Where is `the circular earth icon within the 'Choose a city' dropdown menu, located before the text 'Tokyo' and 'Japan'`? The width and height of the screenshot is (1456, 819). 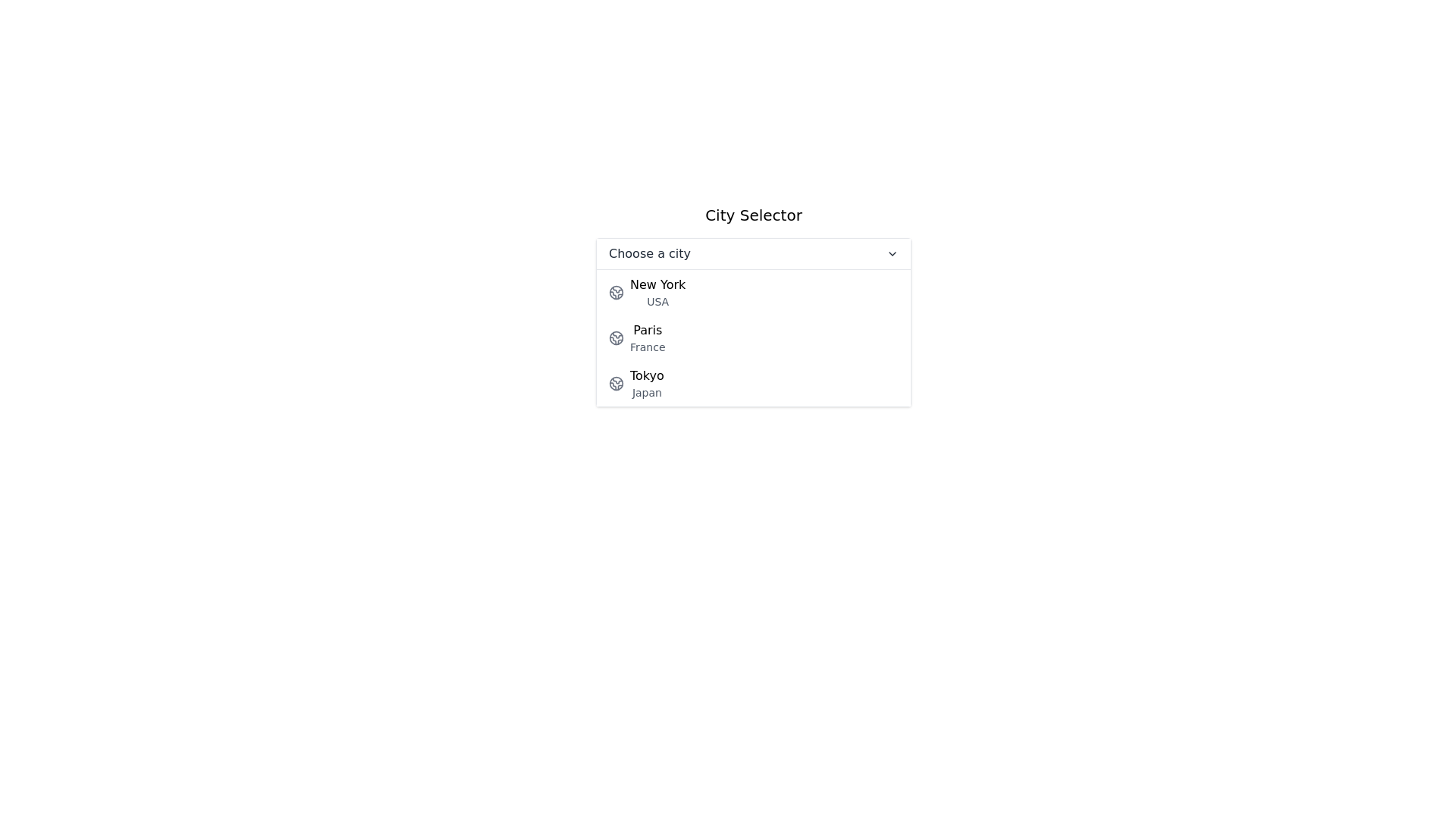 the circular earth icon within the 'Choose a city' dropdown menu, located before the text 'Tokyo' and 'Japan' is located at coordinates (616, 382).